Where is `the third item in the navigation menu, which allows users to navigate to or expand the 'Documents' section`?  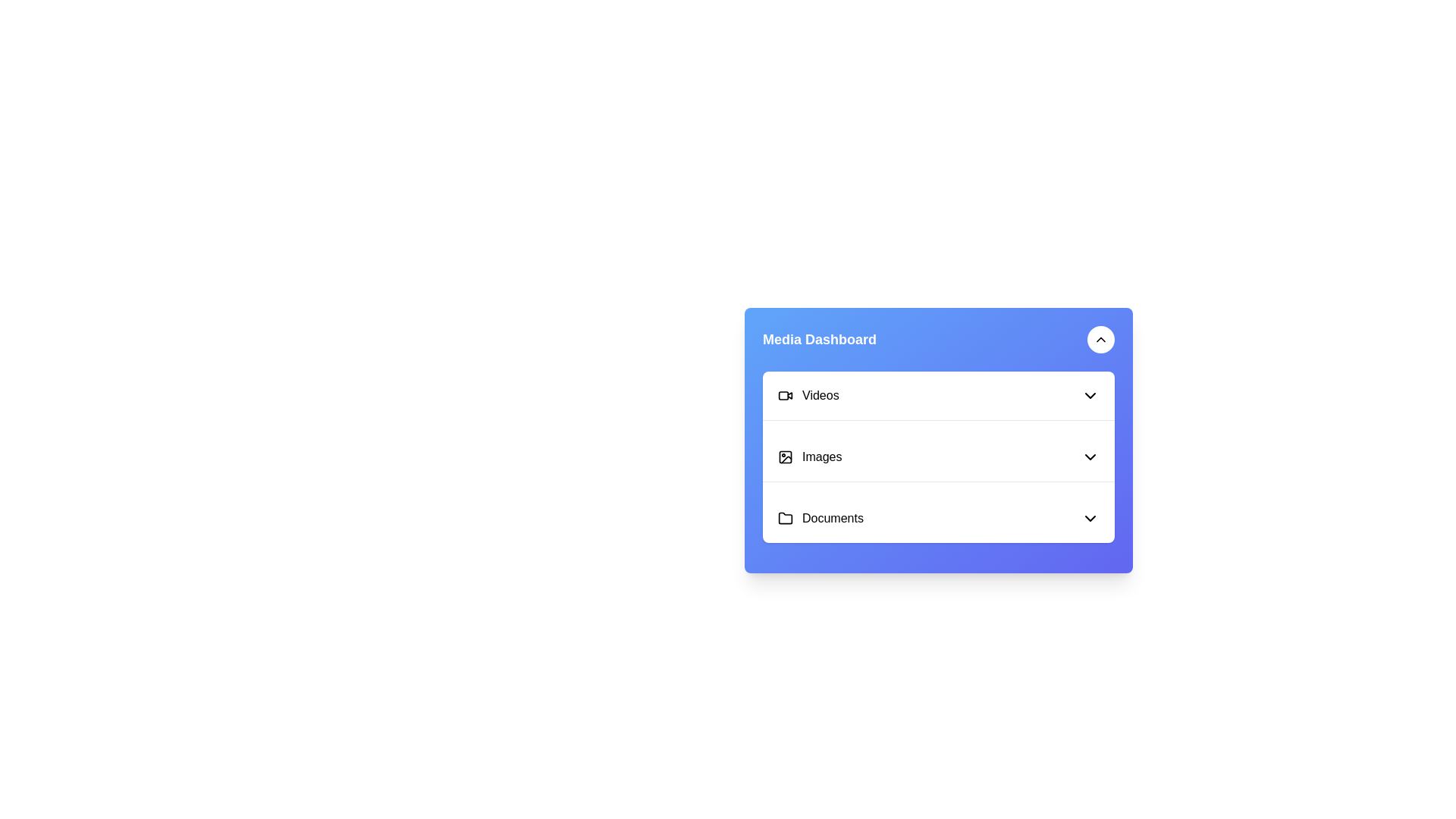 the third item in the navigation menu, which allows users to navigate to or expand the 'Documents' section is located at coordinates (938, 517).